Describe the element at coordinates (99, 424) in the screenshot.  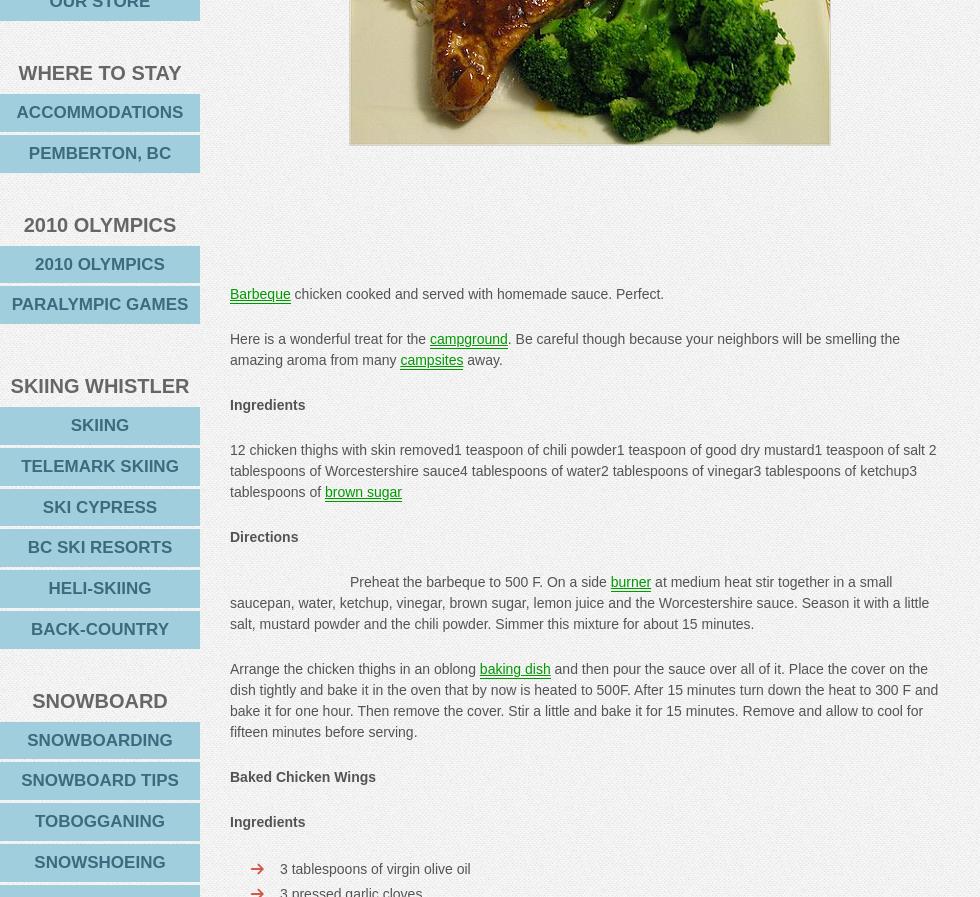
I see `'SKIING'` at that location.